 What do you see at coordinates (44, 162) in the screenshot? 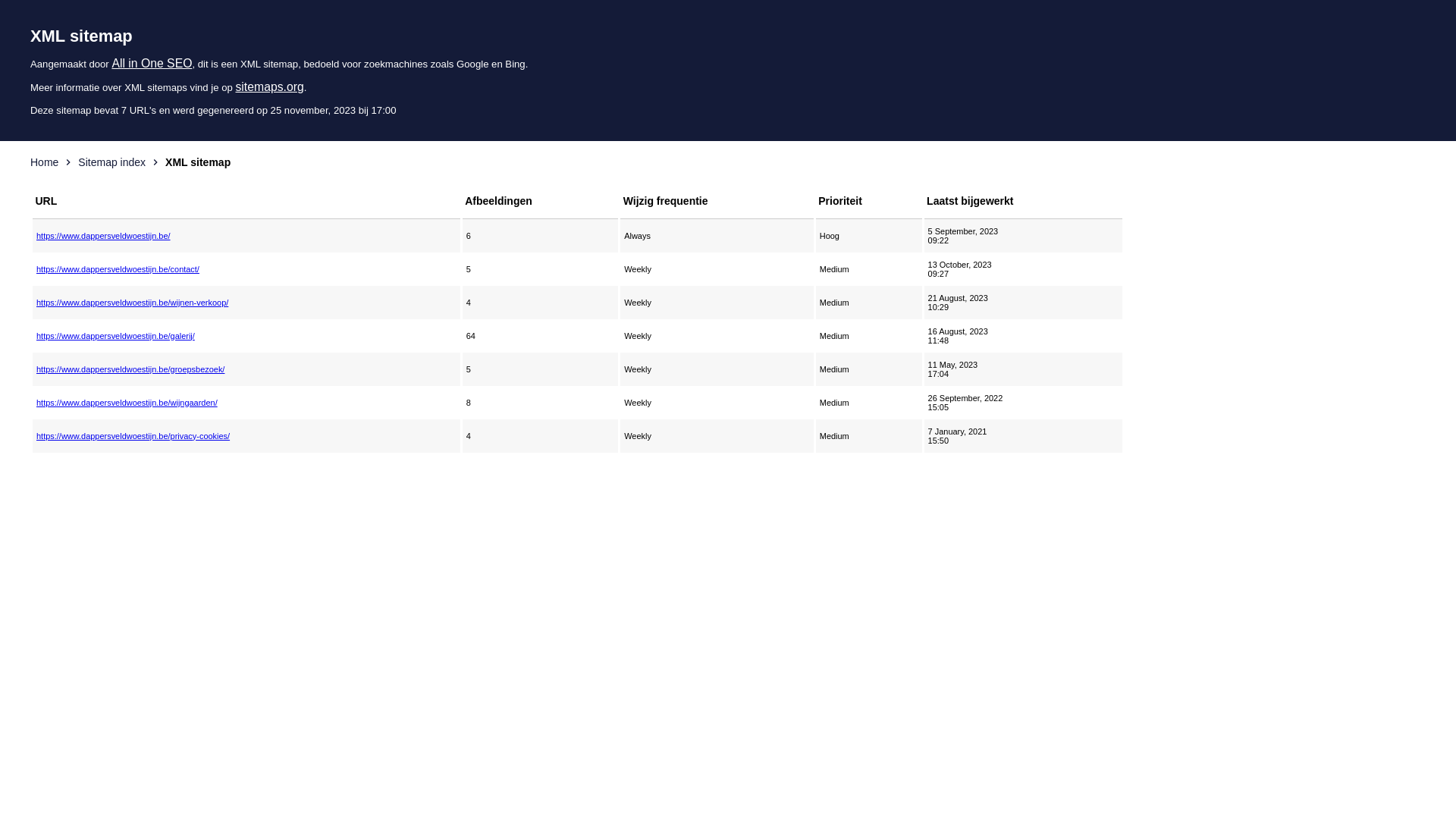
I see `'Home'` at bounding box center [44, 162].